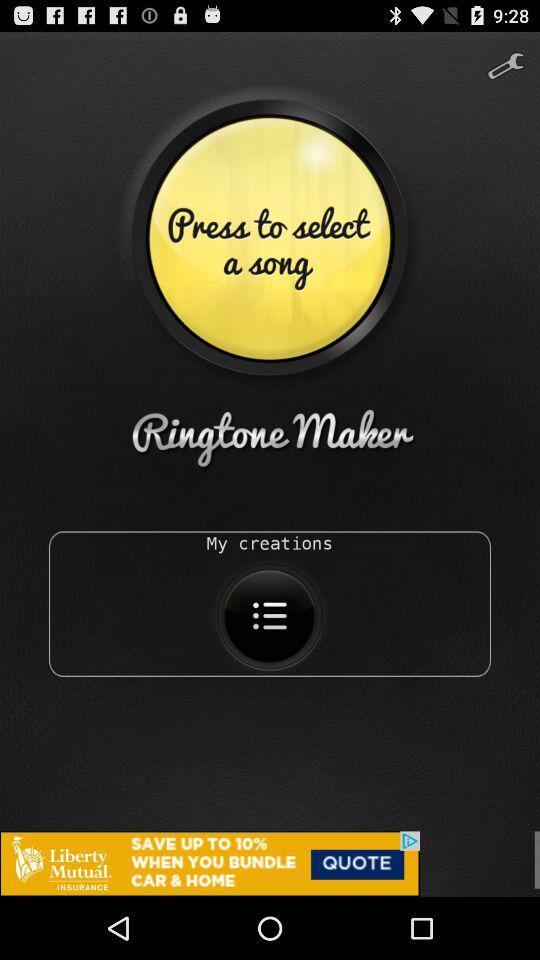 The width and height of the screenshot is (540, 960). Describe the element at coordinates (270, 863) in the screenshot. I see `advertisement for a quote` at that location.